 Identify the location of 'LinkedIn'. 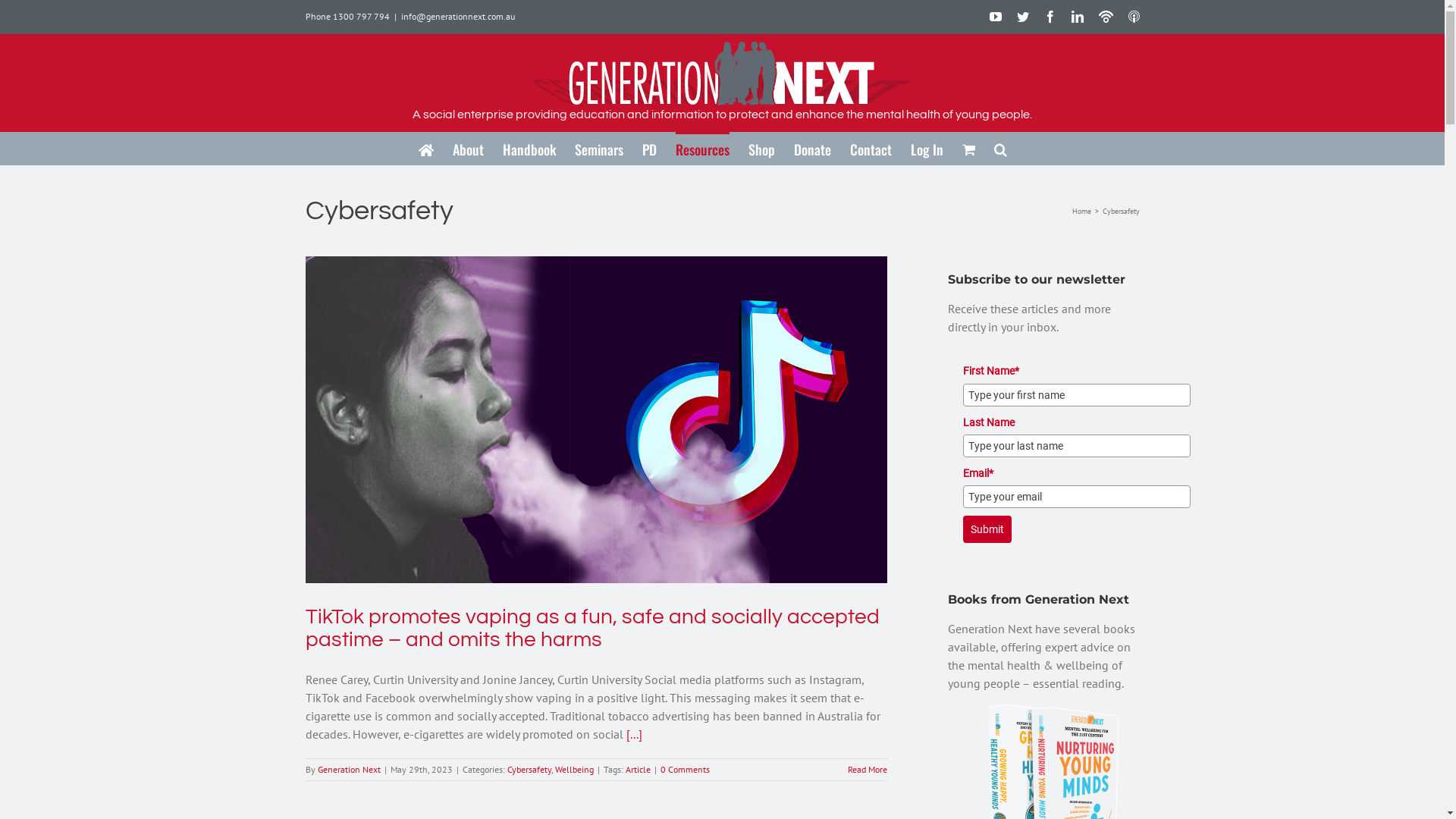
(1076, 17).